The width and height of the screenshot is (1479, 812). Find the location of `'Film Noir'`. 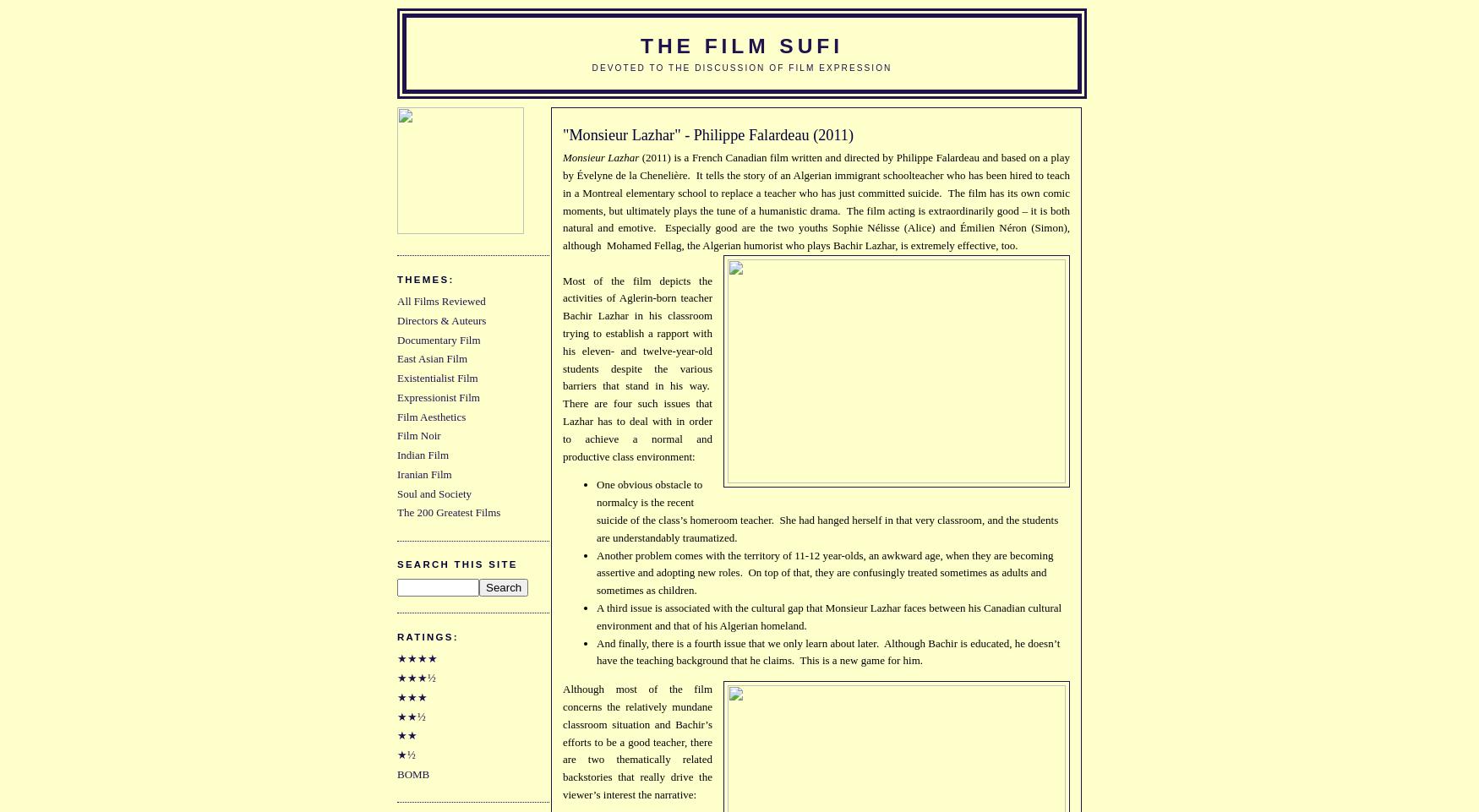

'Film Noir' is located at coordinates (418, 435).